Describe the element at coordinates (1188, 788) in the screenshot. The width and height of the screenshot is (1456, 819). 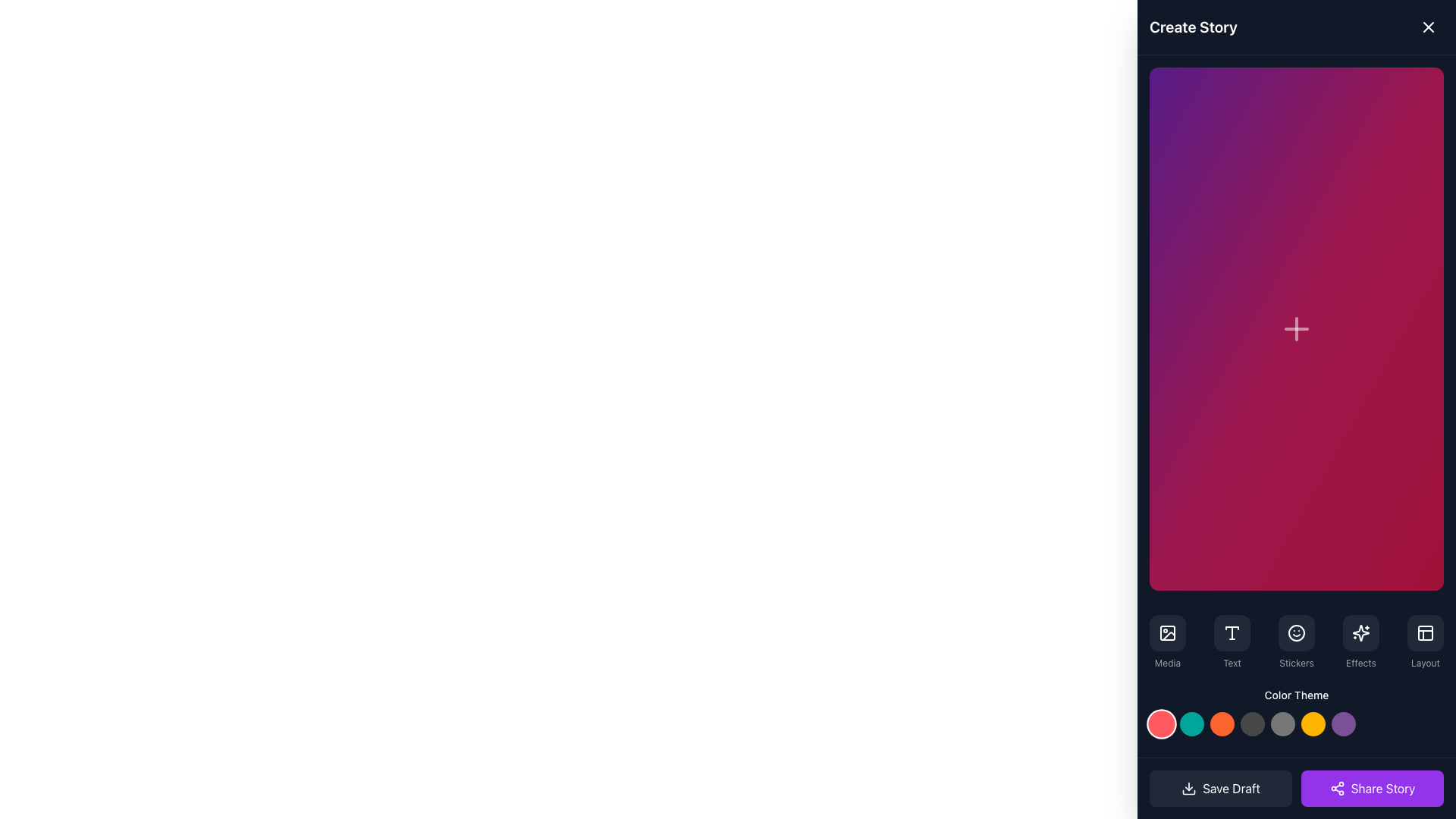
I see `the download icon, which is a downward arrow on a flat line, located within the 'Save Draft' button in the bottom-left area of the control bar` at that location.